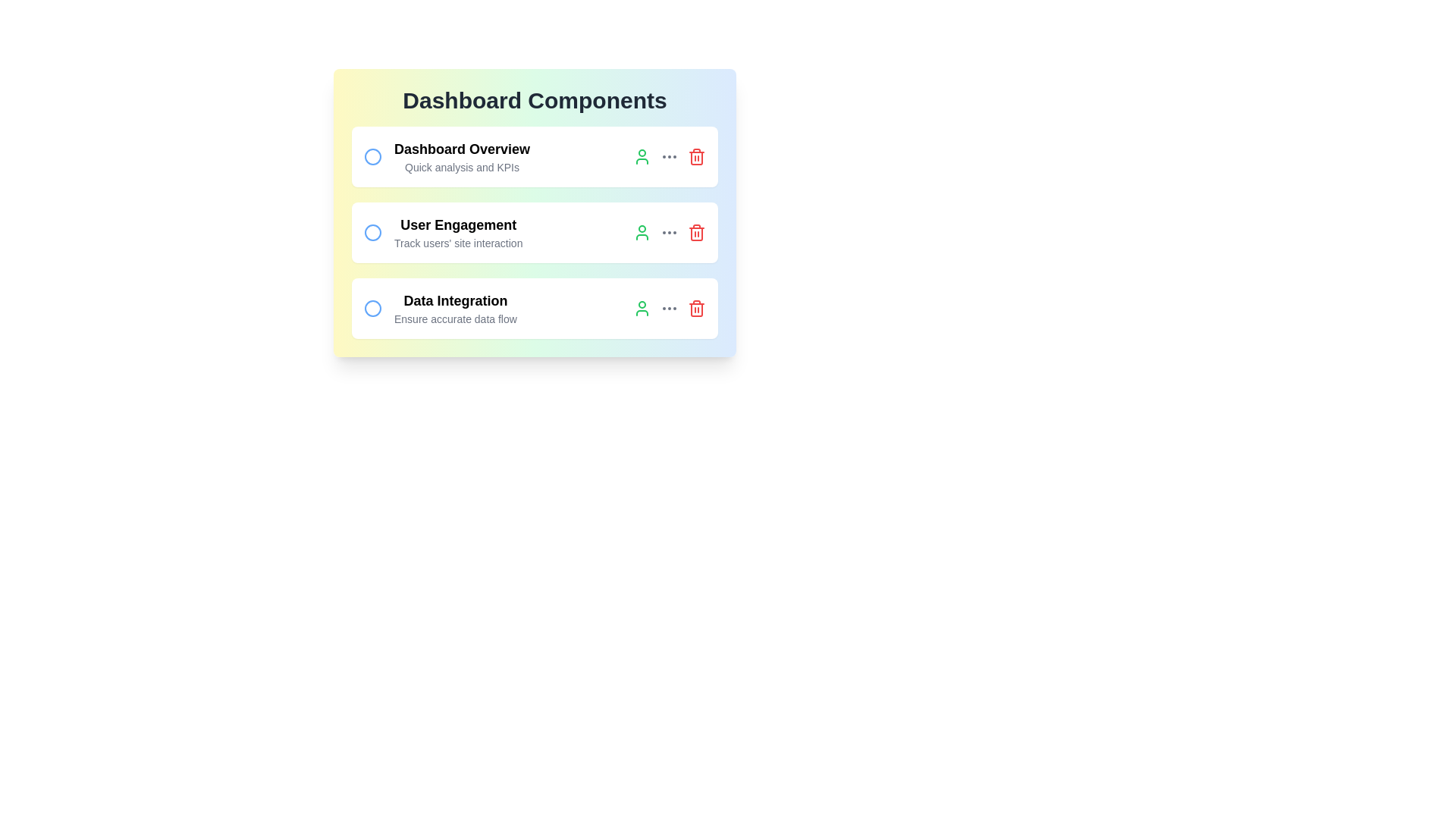 The image size is (1456, 819). Describe the element at coordinates (642, 157) in the screenshot. I see `the user icon to reveal its tooltip or animation` at that location.